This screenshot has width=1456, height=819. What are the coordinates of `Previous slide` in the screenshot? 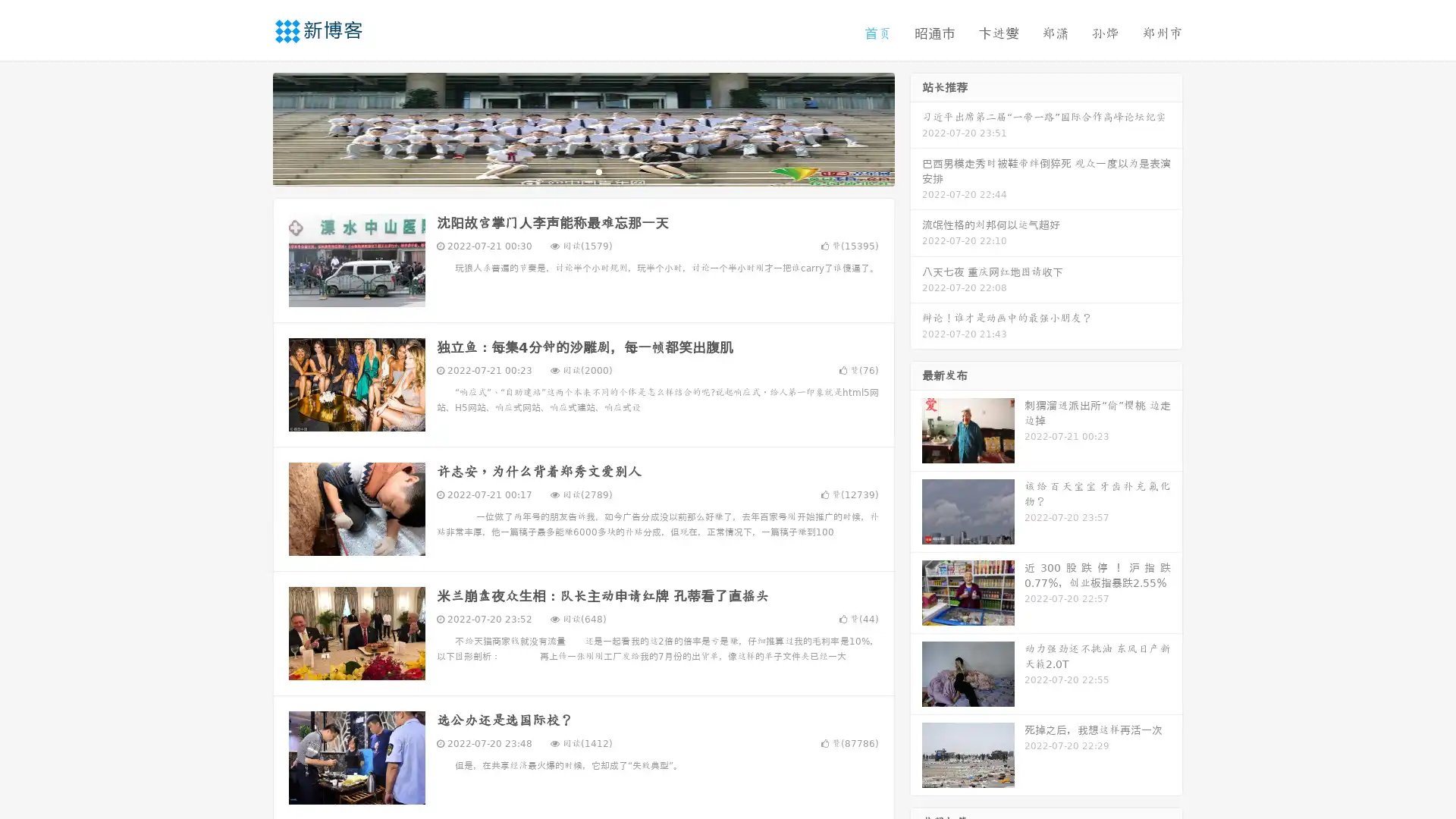 It's located at (250, 127).